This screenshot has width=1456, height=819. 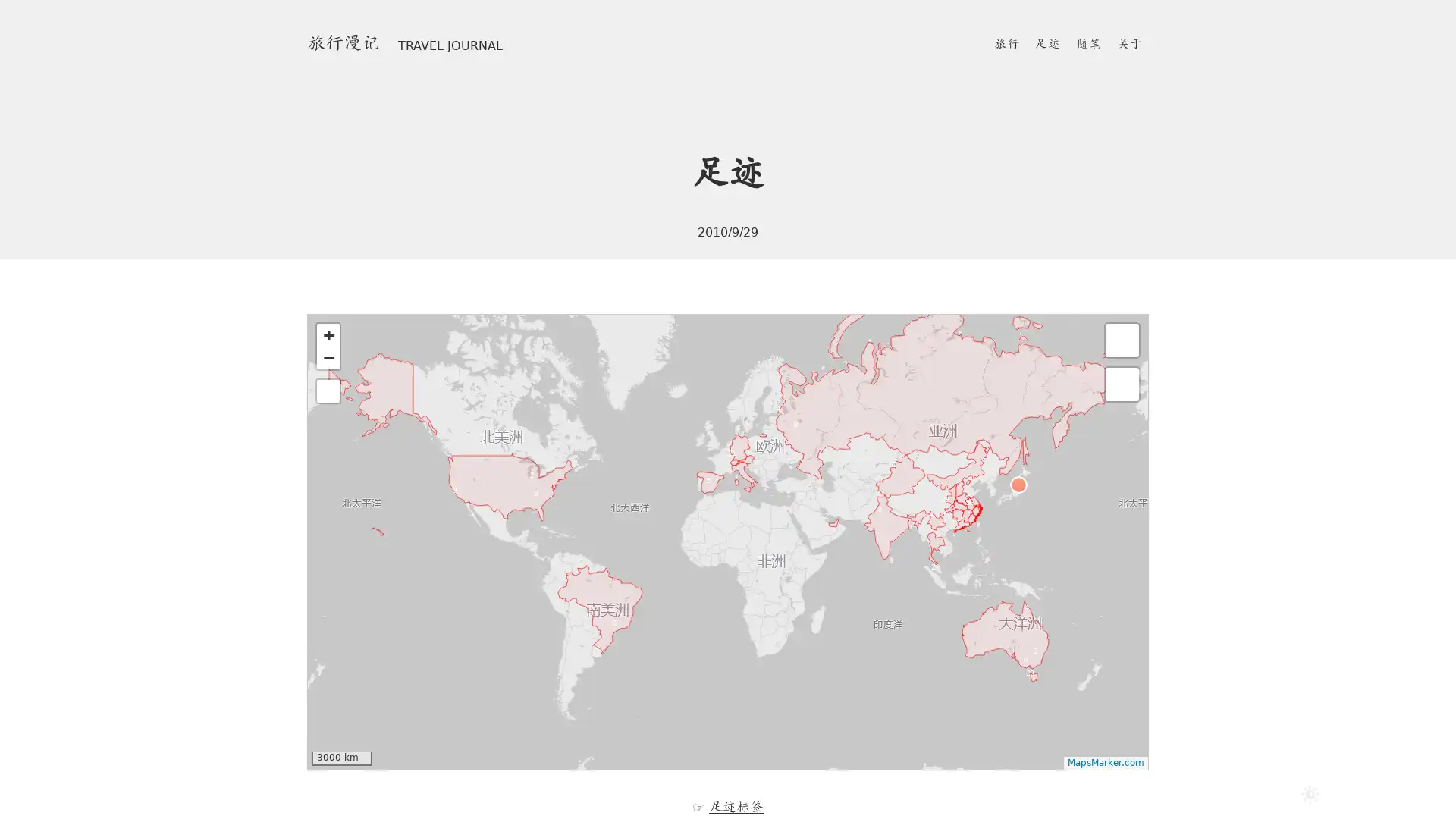 I want to click on 2, so click(x=620, y=628).